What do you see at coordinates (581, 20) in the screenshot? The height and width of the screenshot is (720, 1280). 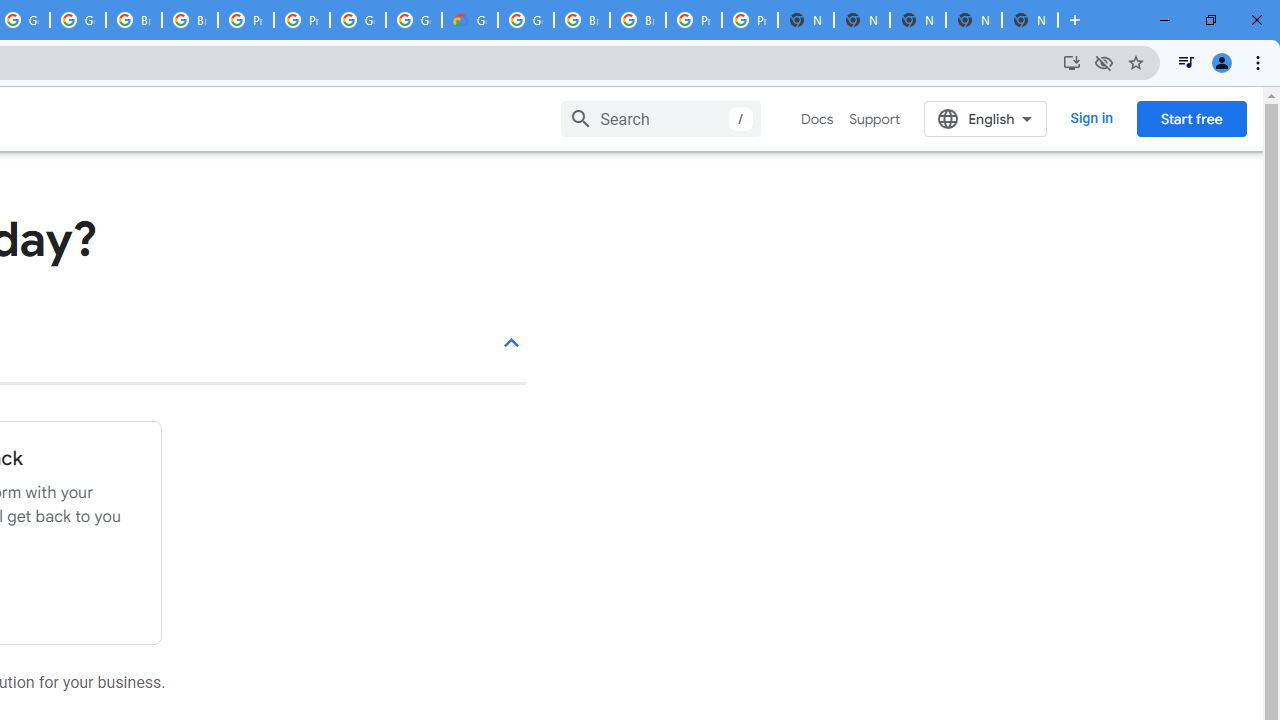 I see `'Browse Chrome as a guest - Computer - Google Chrome Help'` at bounding box center [581, 20].